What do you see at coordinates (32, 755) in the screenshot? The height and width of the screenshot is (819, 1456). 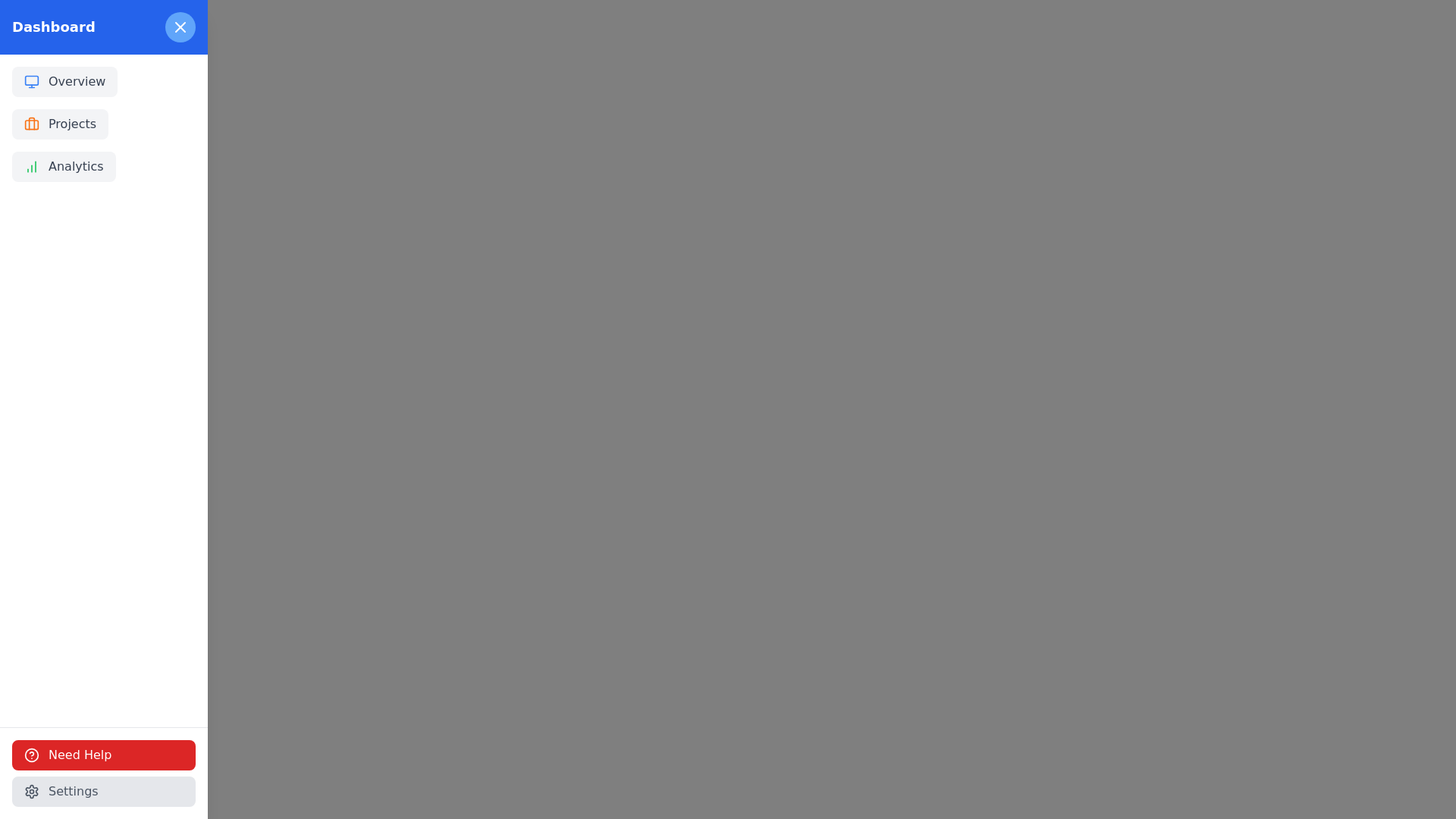 I see `the leftmost icon of the 'Need Help' button located at the bottom left of the application interface` at bounding box center [32, 755].